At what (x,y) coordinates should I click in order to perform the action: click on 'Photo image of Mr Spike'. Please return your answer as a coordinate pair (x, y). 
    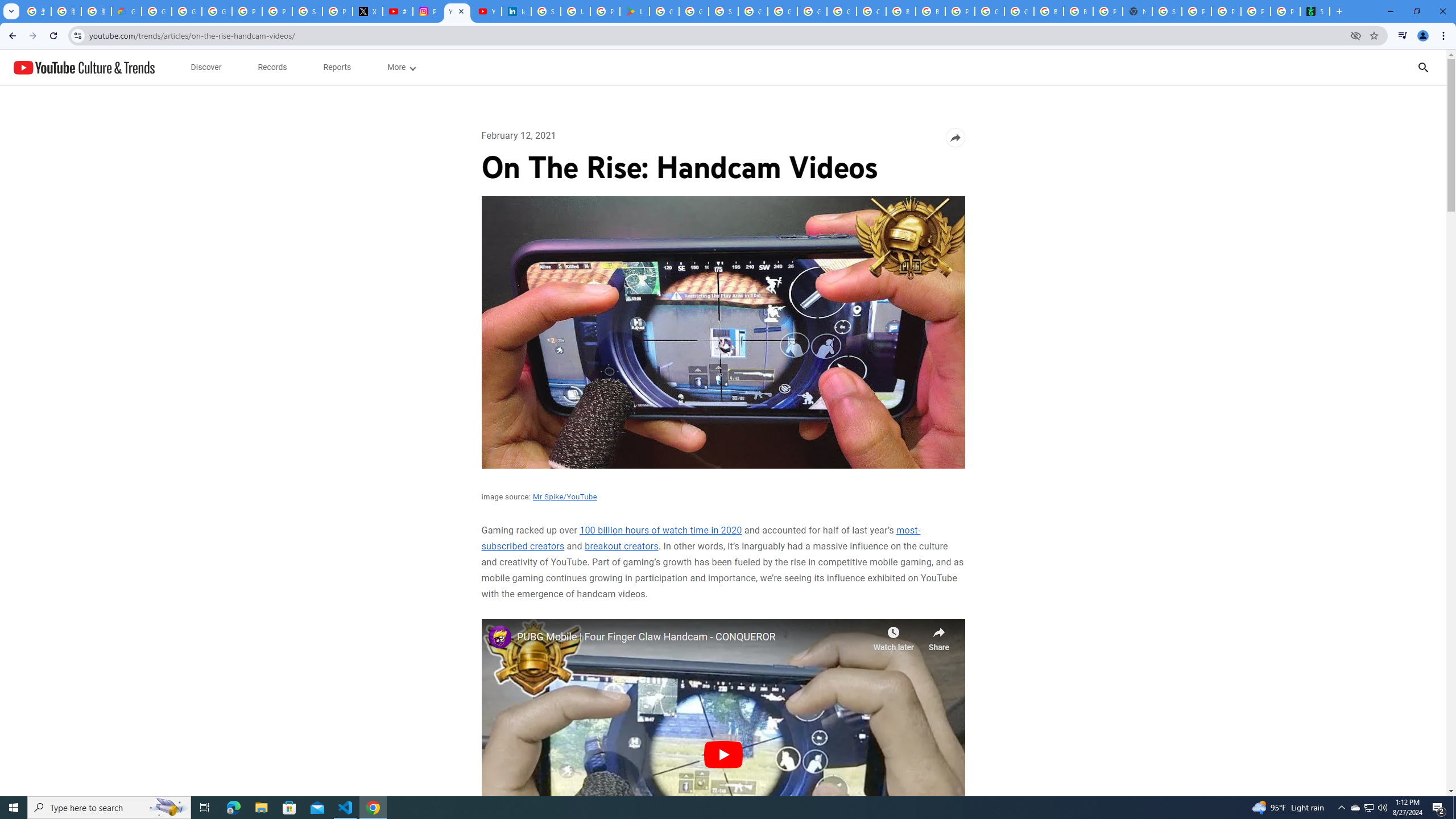
    Looking at the image, I should click on (499, 636).